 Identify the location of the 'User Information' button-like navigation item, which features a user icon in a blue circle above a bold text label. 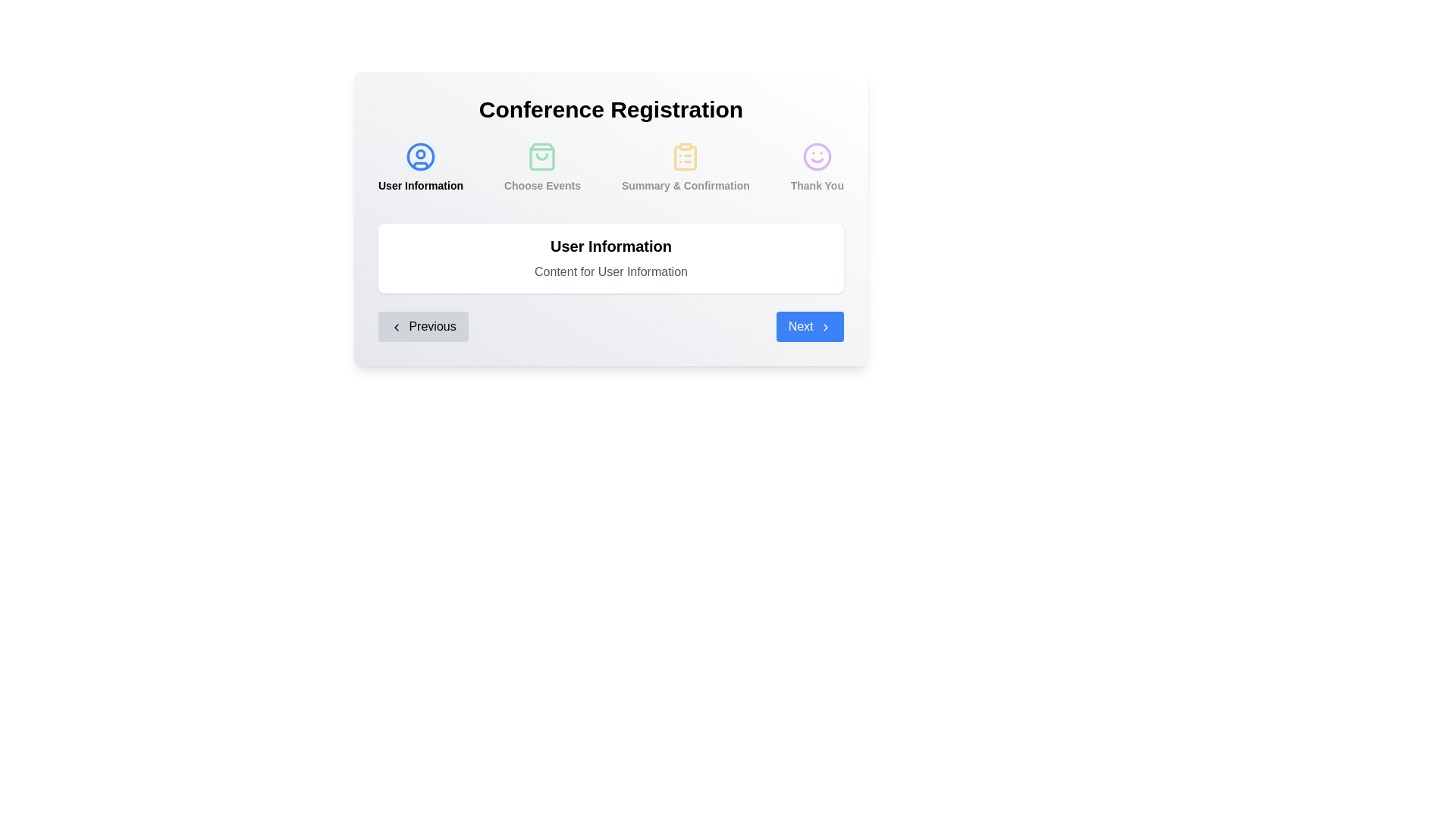
(421, 167).